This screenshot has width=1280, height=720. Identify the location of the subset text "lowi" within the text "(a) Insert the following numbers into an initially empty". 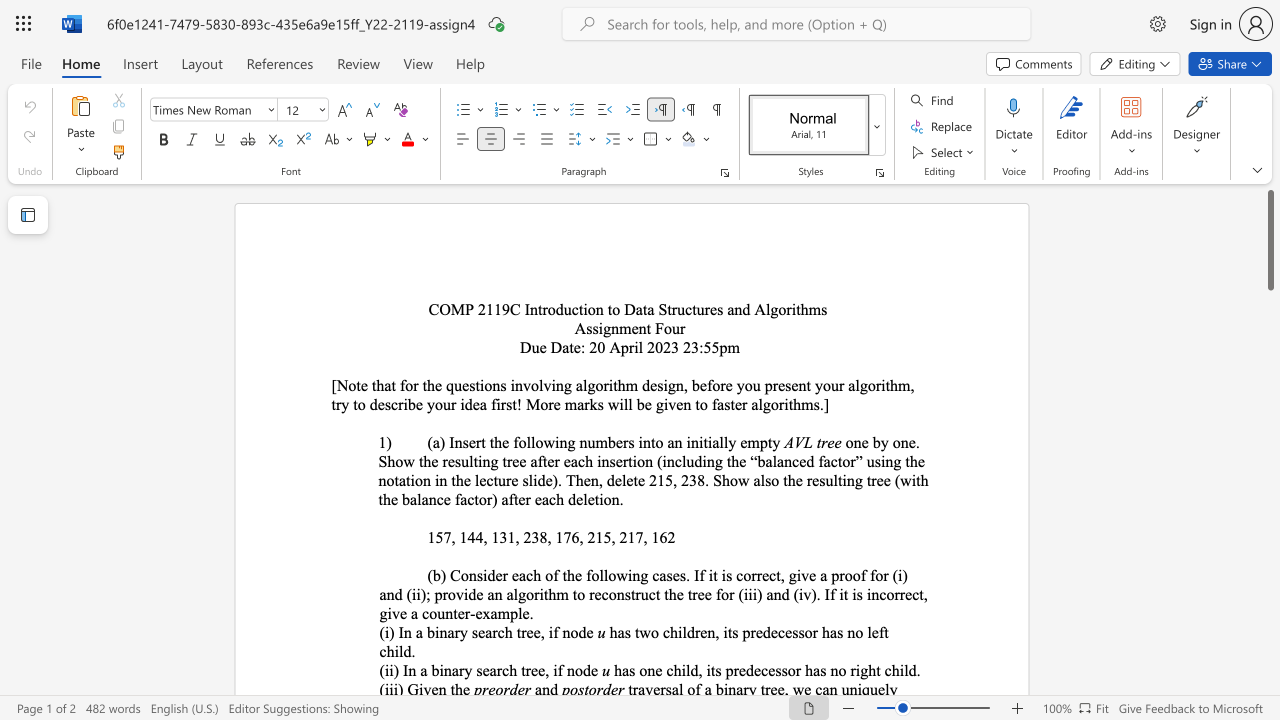
(530, 441).